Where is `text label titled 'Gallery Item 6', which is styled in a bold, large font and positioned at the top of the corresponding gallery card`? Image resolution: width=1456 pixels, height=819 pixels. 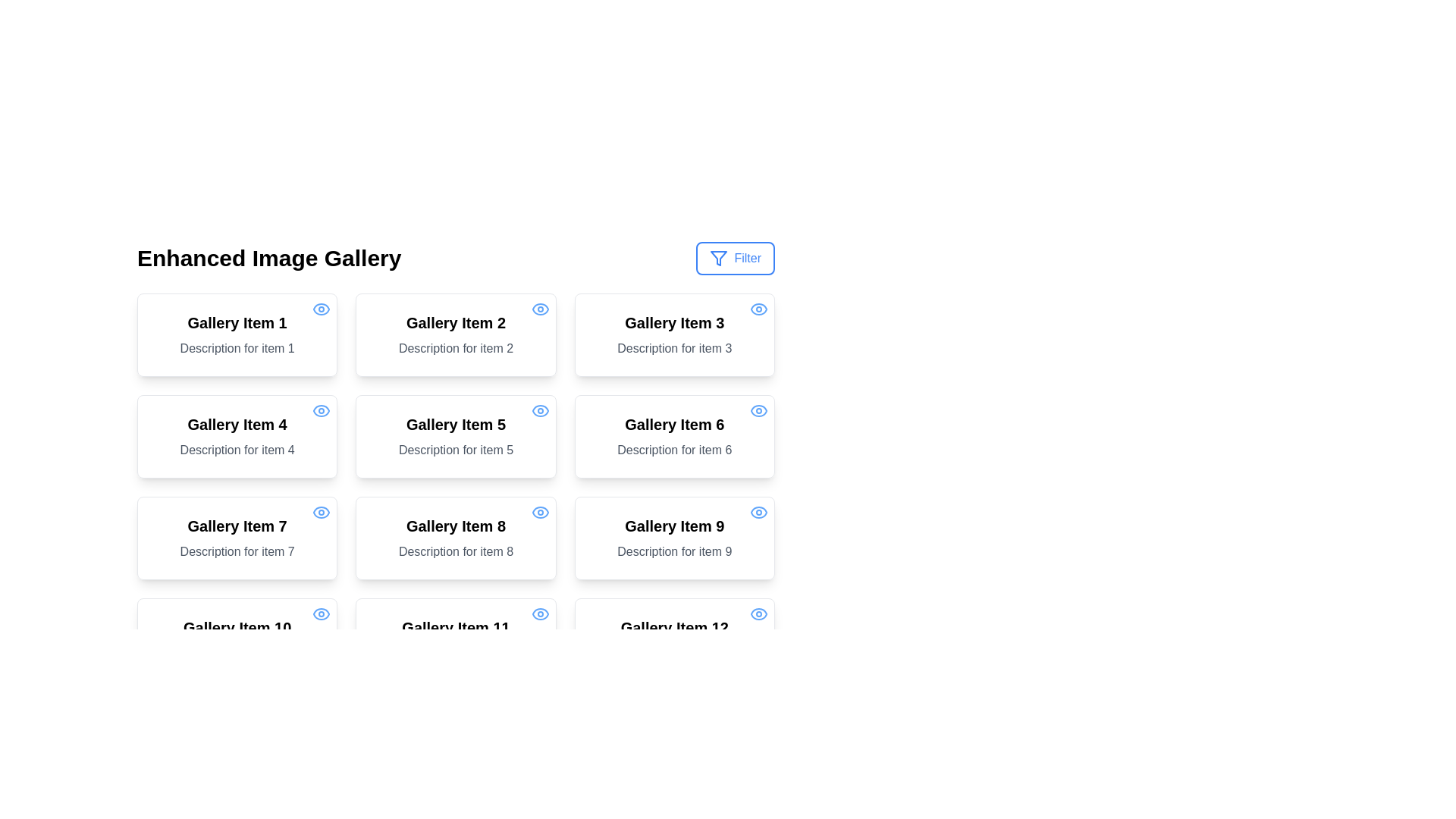
text label titled 'Gallery Item 6', which is styled in a bold, large font and positioned at the top of the corresponding gallery card is located at coordinates (673, 424).